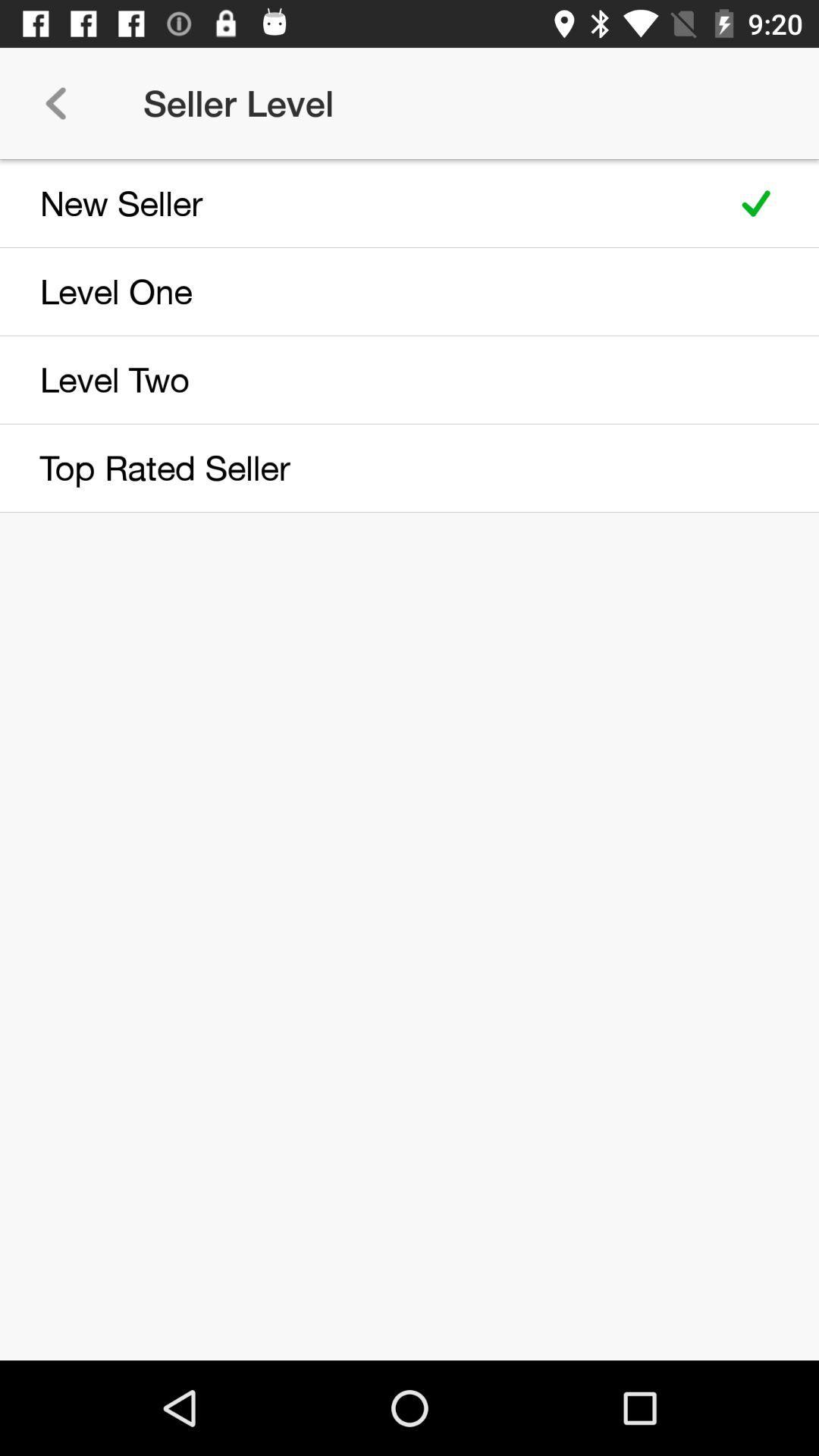 The image size is (819, 1456). What do you see at coordinates (358, 379) in the screenshot?
I see `item below level one icon` at bounding box center [358, 379].